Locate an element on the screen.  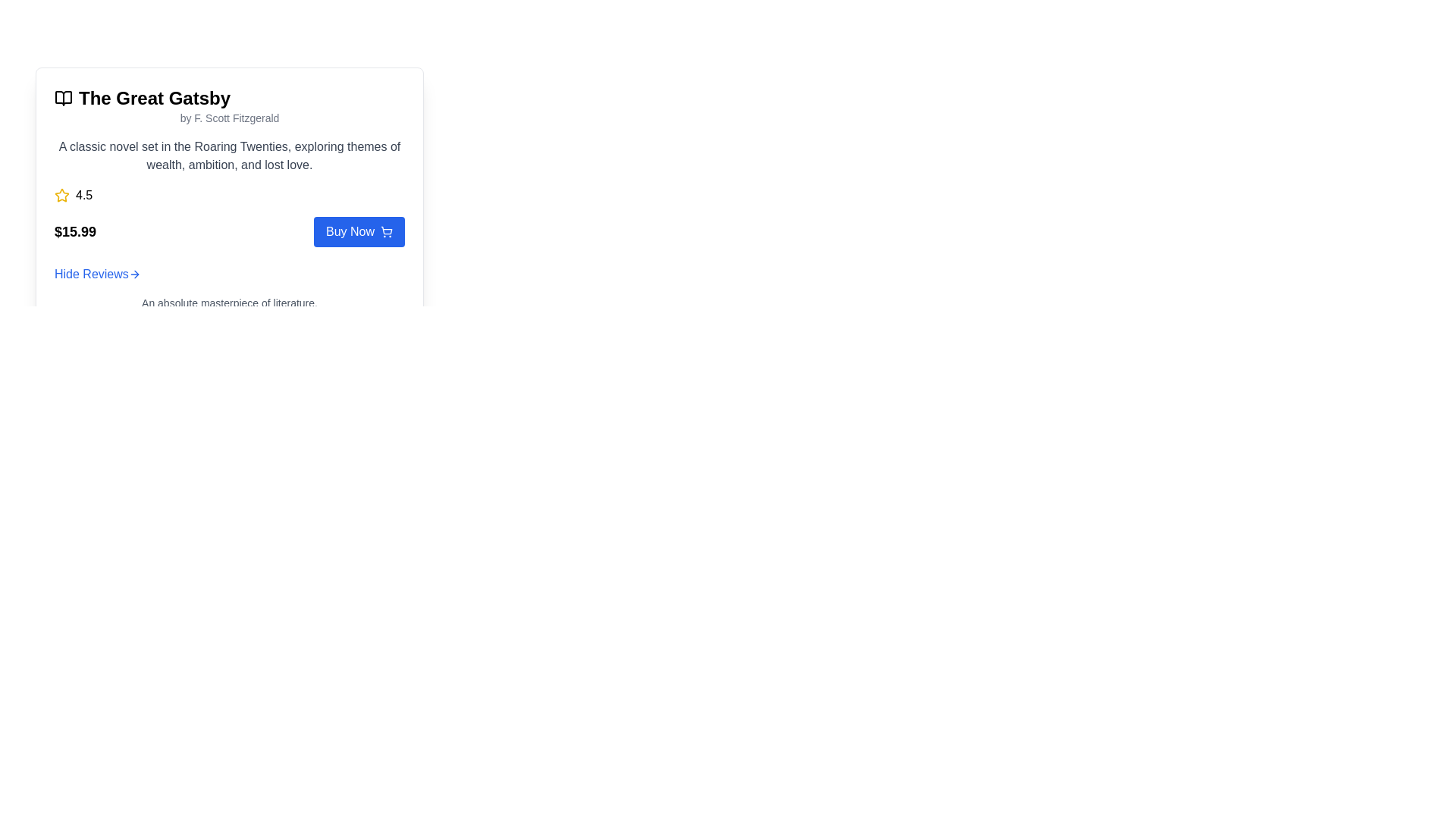
the purchase button located on the right side of the price information section, next to the '$15.99' text is located at coordinates (359, 231).